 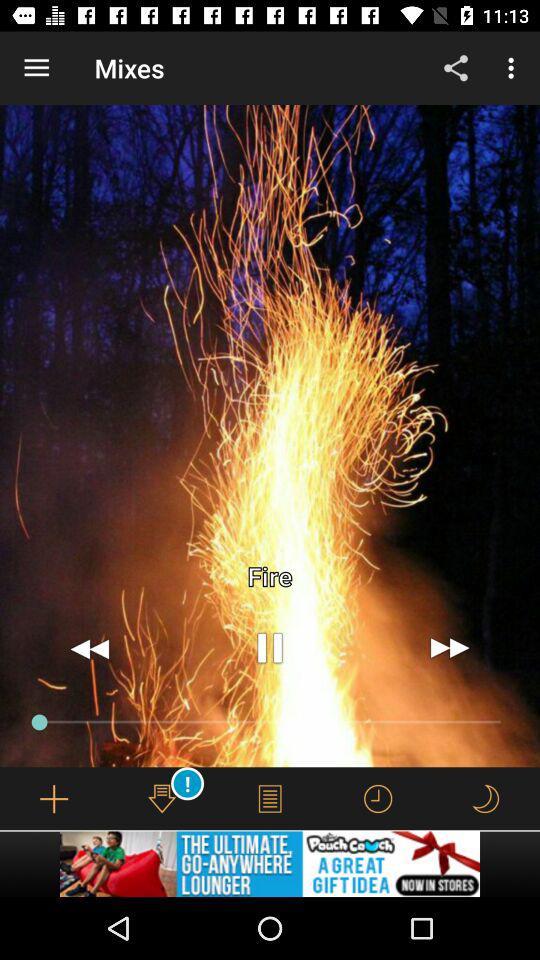 I want to click on next mix, so click(x=449, y=647).